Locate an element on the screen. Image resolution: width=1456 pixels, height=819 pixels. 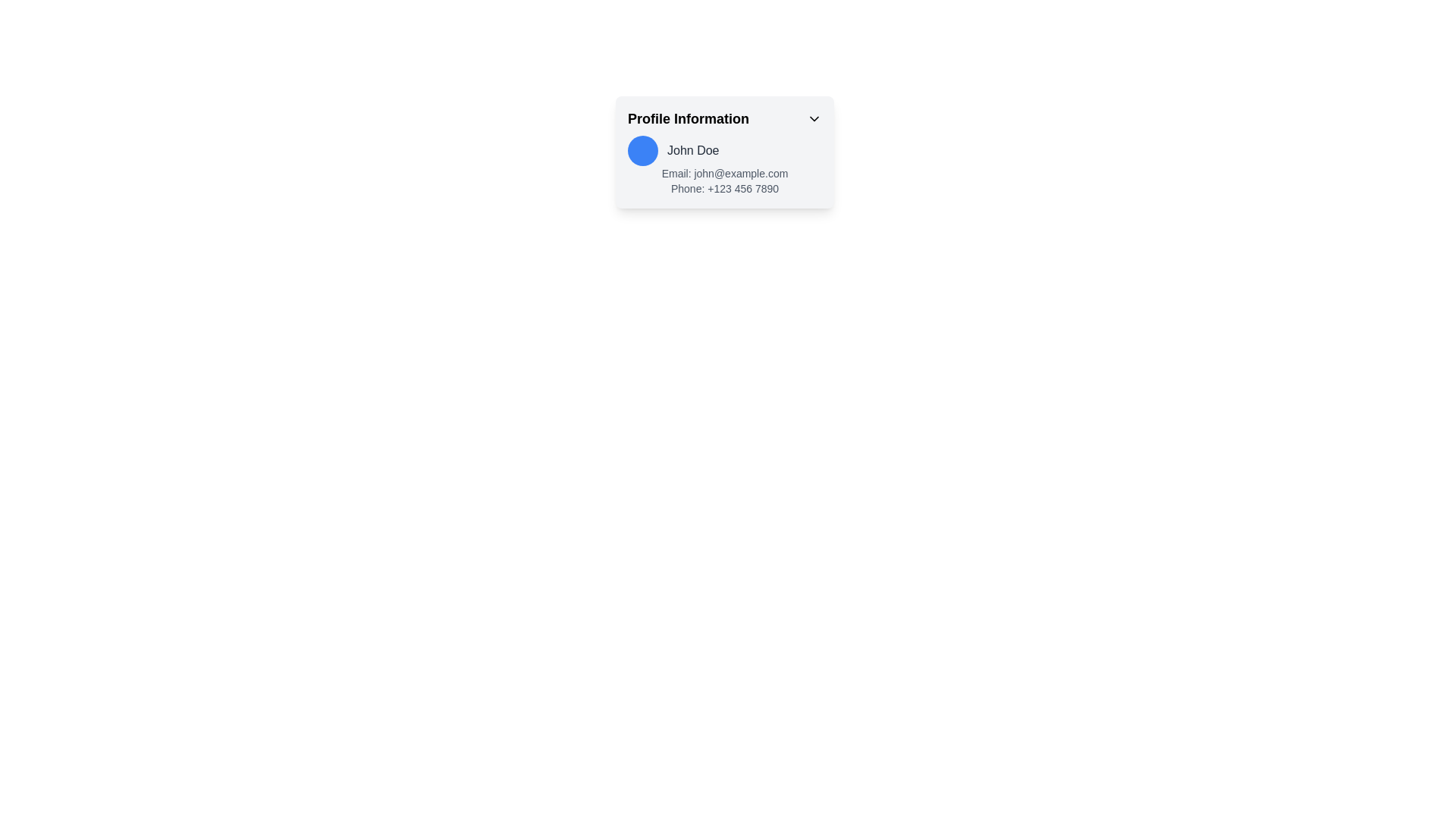
the Text Display Section that contains the username 'John Doe', email 'john@example.com', and phone number '+123 456 7890', located beneath the 'Profile Information' header is located at coordinates (723, 166).